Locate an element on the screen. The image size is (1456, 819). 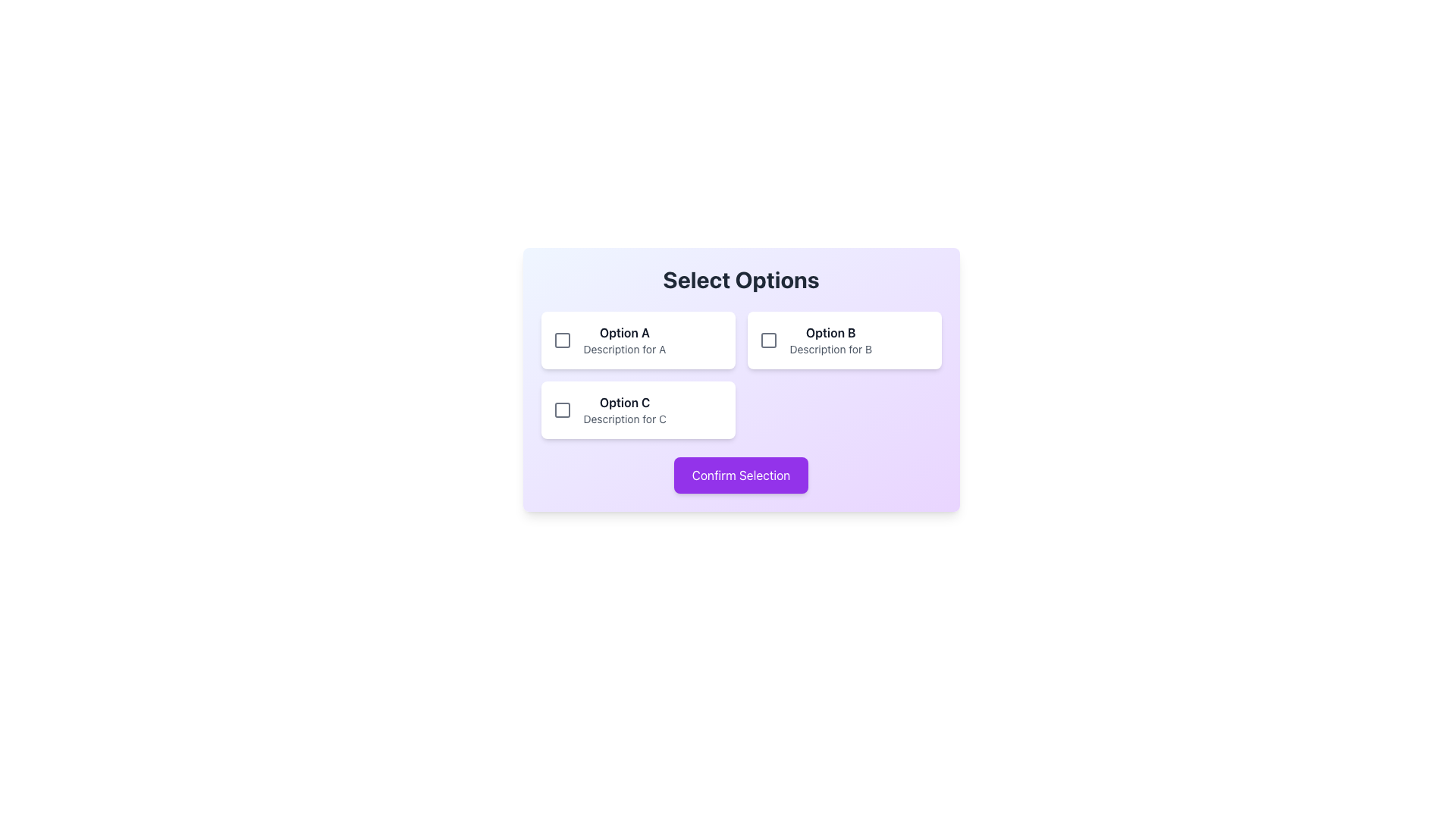
the confirmation button located at the bottom of the panel, below the options labeled 'Option A', 'Option B', and 'Option C', to confirm the user's selection is located at coordinates (741, 475).